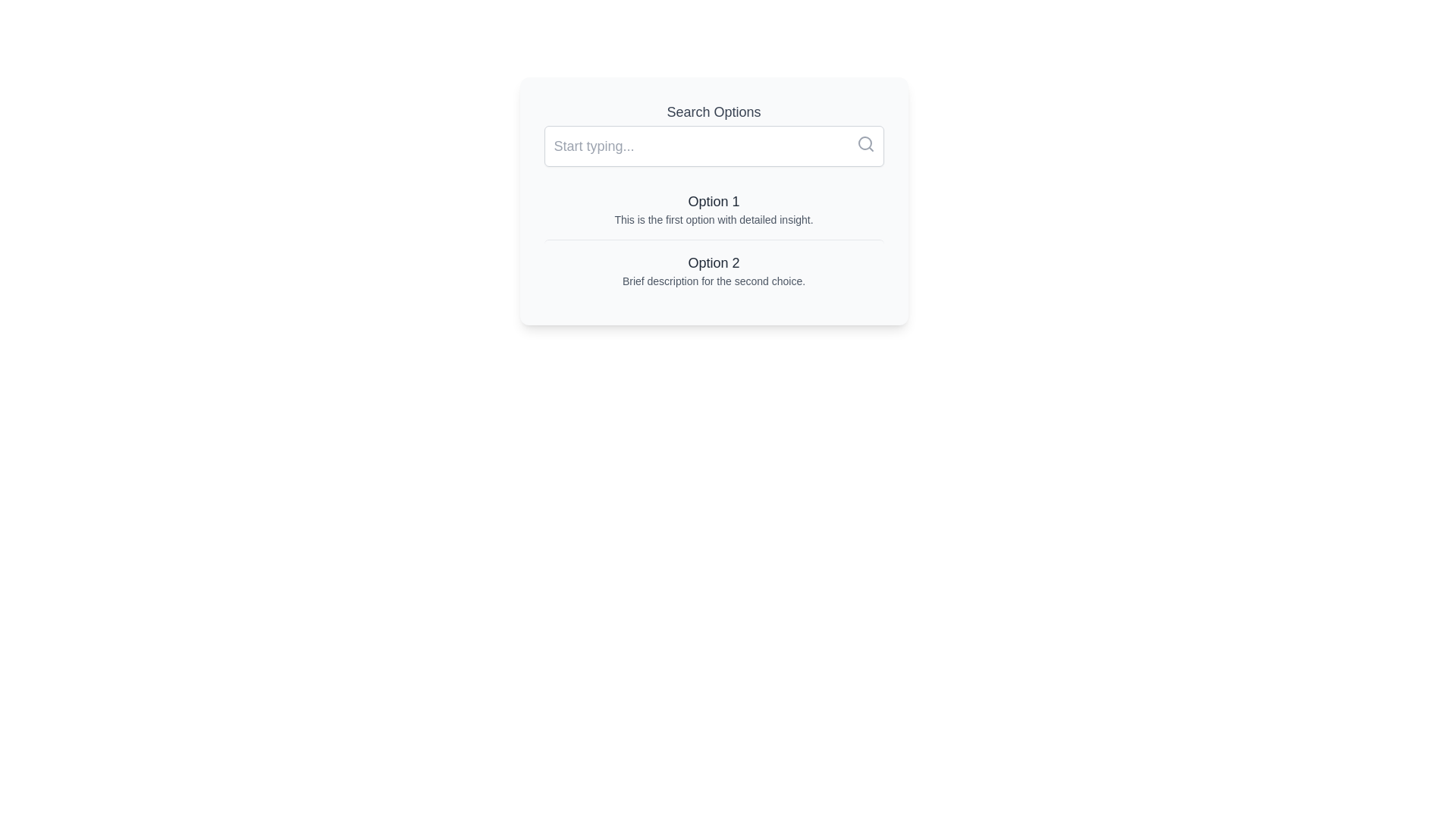  Describe the element at coordinates (713, 111) in the screenshot. I see `the 'Search Options' label, which is a block of text styled in a large gray font` at that location.